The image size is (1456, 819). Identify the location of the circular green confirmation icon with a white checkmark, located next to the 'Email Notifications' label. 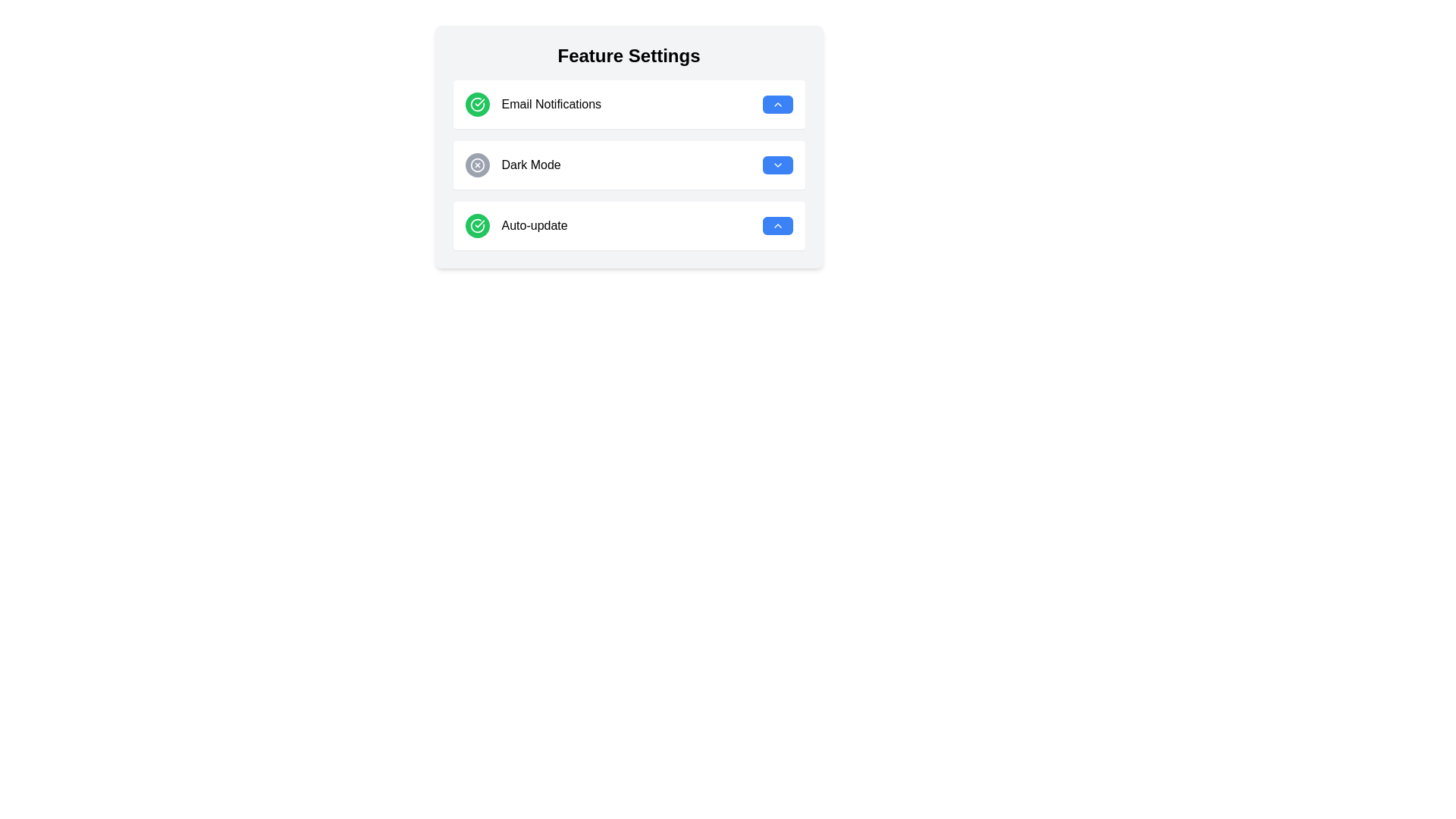
(476, 104).